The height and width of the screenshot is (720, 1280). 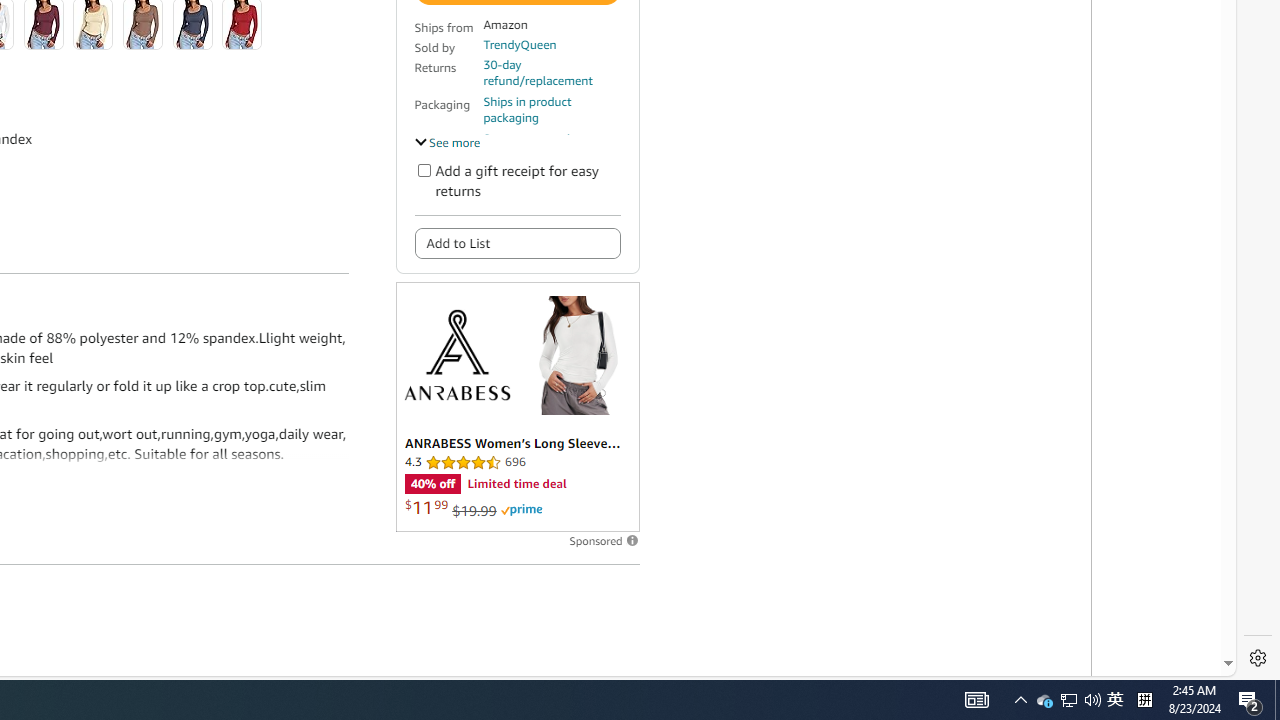 I want to click on '30-day refund/replacement', so click(x=551, y=72).